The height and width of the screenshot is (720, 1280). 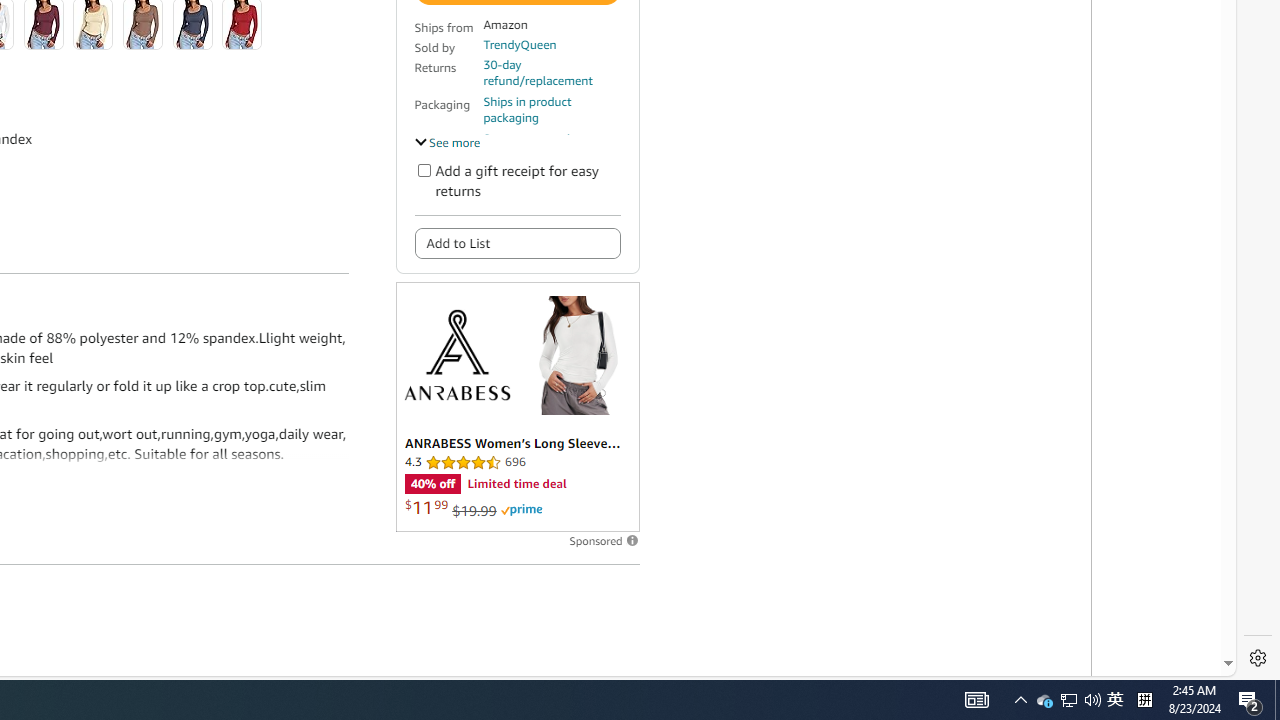 I want to click on '30-day refund/replacement', so click(x=551, y=72).